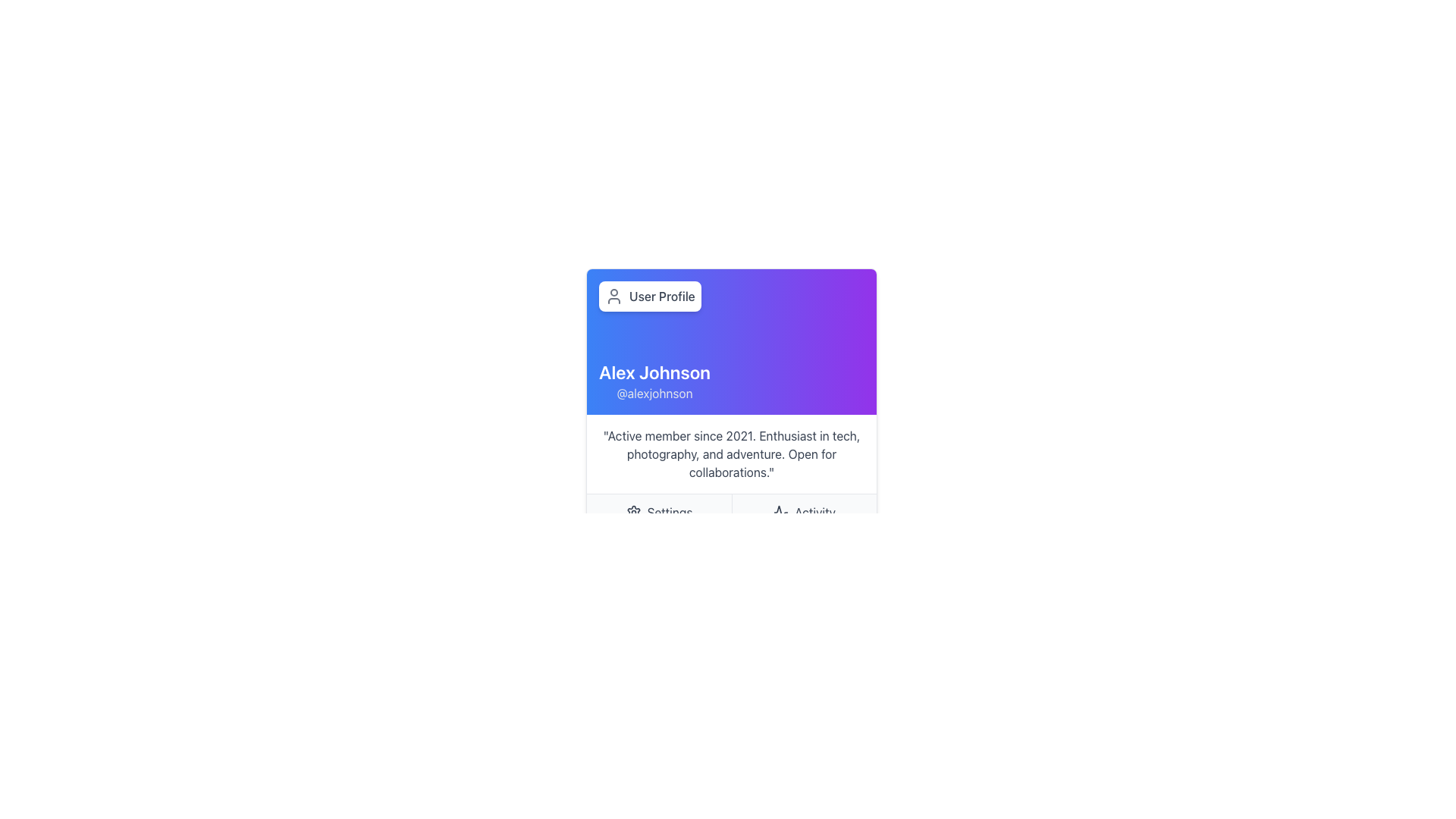  What do you see at coordinates (650, 296) in the screenshot?
I see `the user profile header label with icon located at the top-left corner of its component, which indicates it pertains to the user profile` at bounding box center [650, 296].